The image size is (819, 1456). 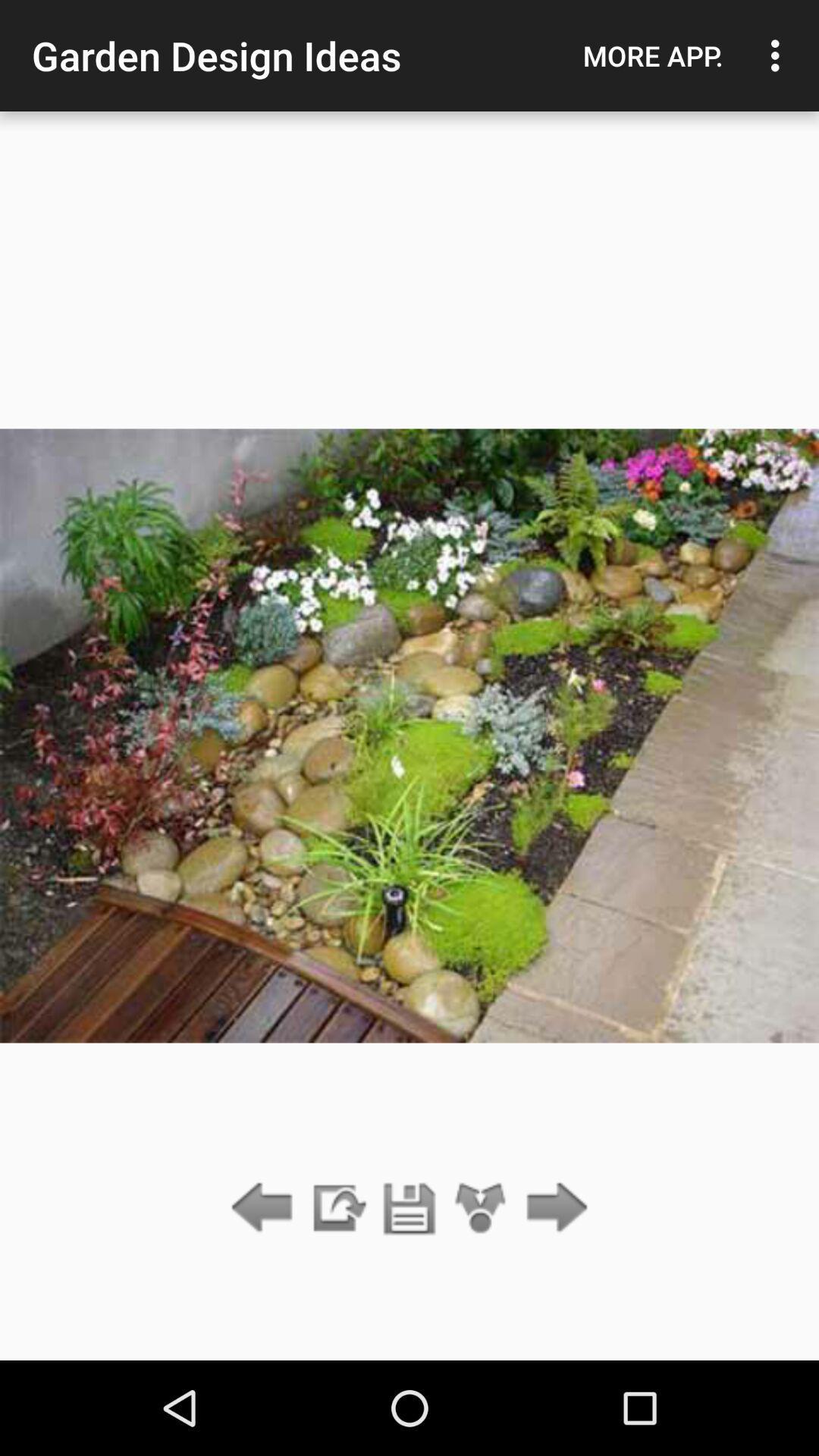 What do you see at coordinates (553, 1208) in the screenshot?
I see `icon below more app. icon` at bounding box center [553, 1208].